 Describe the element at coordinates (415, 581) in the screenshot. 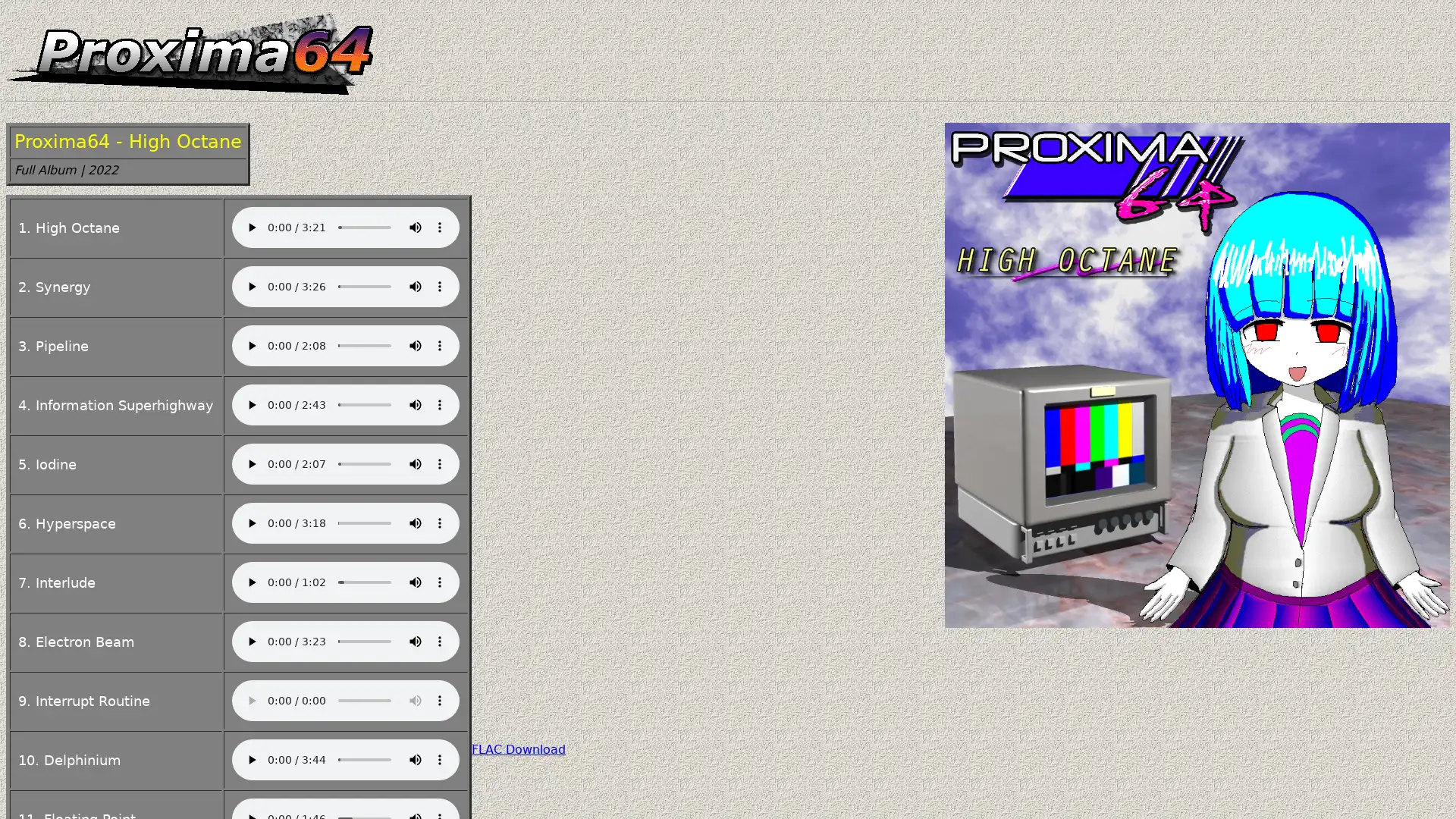

I see `mute` at that location.